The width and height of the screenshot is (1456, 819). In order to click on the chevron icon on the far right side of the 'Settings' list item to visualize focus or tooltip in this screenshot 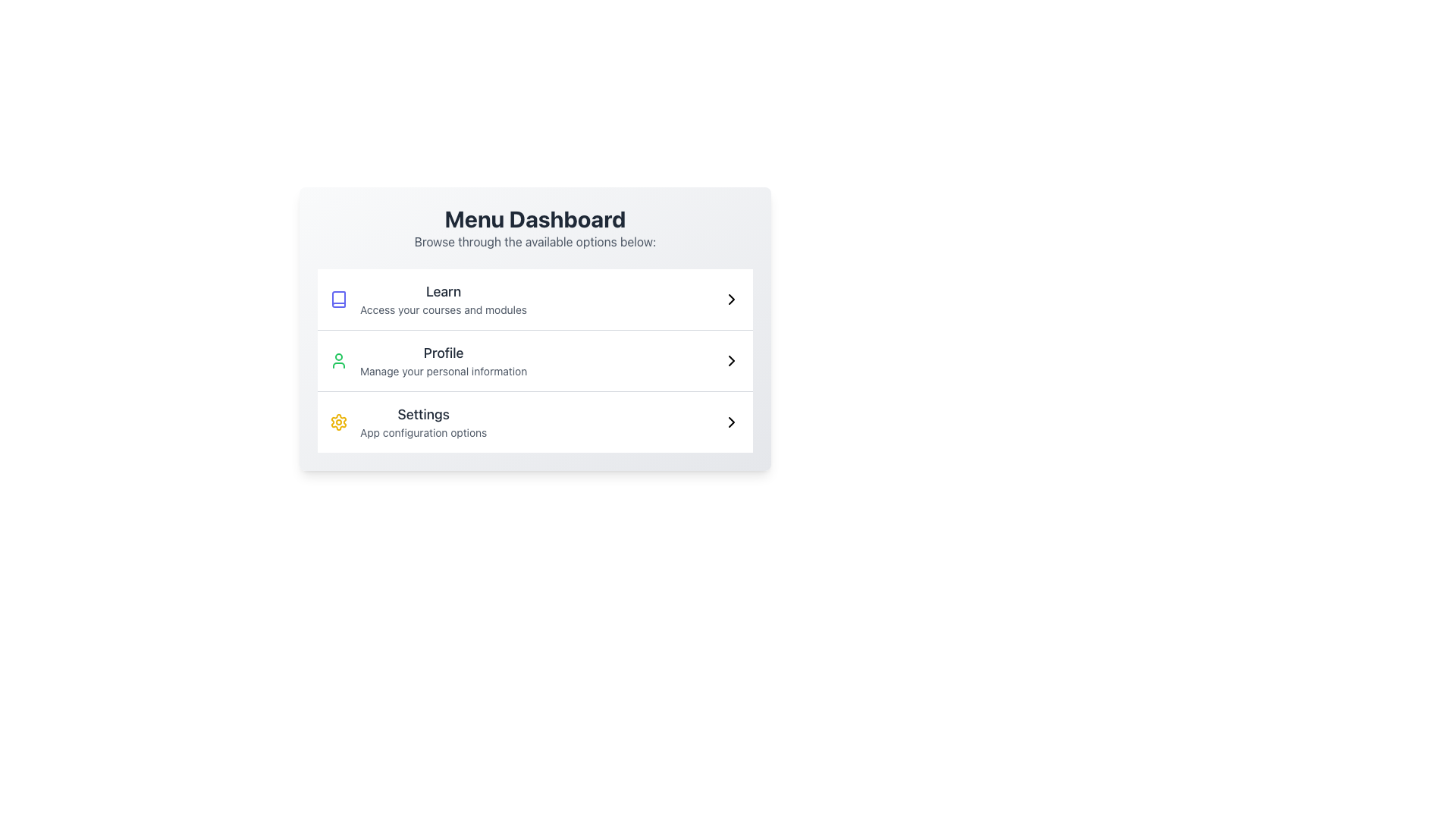, I will do `click(731, 422)`.